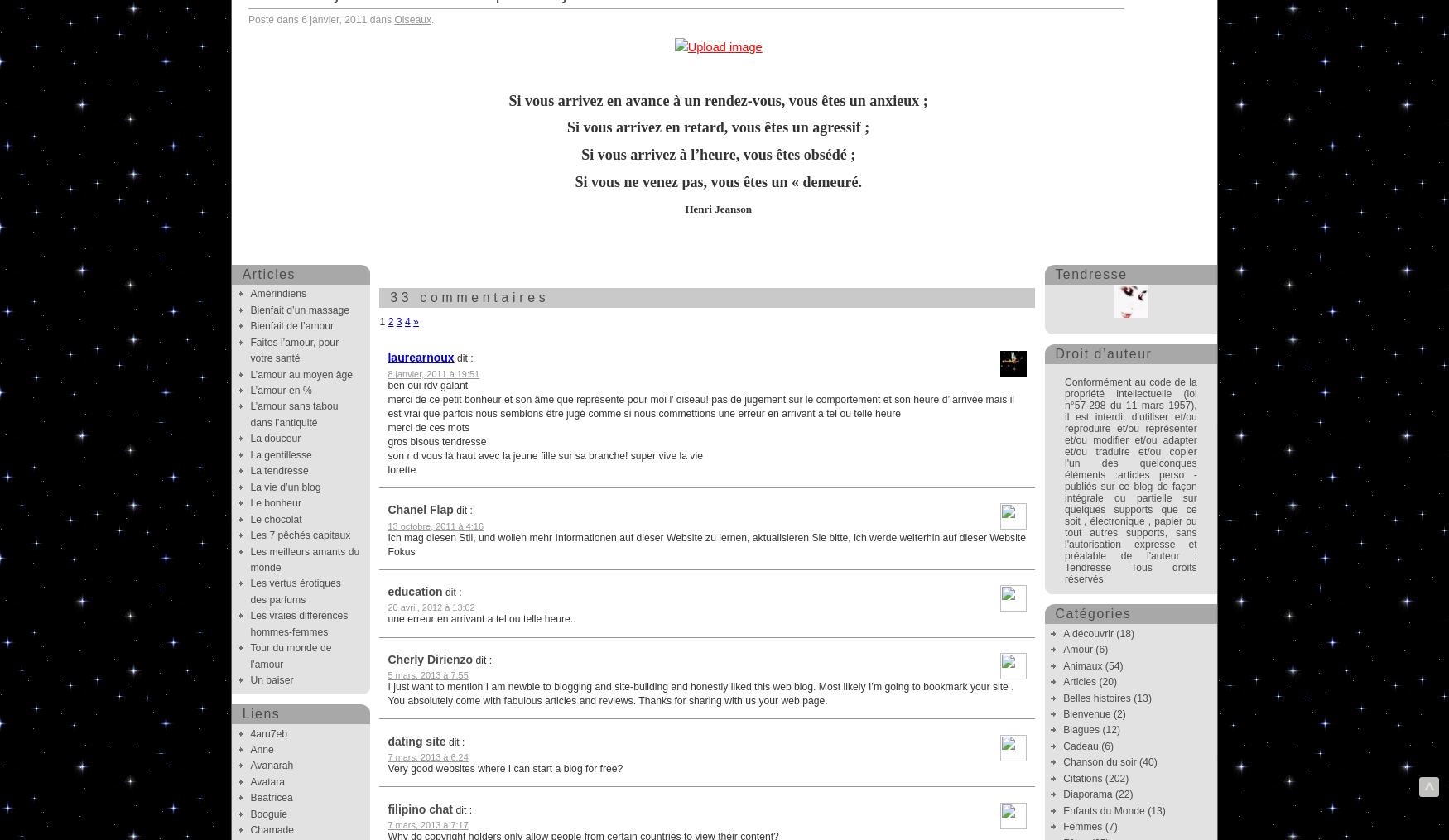 This screenshot has height=840, width=1449. What do you see at coordinates (1081, 826) in the screenshot?
I see `'Femmes'` at bounding box center [1081, 826].